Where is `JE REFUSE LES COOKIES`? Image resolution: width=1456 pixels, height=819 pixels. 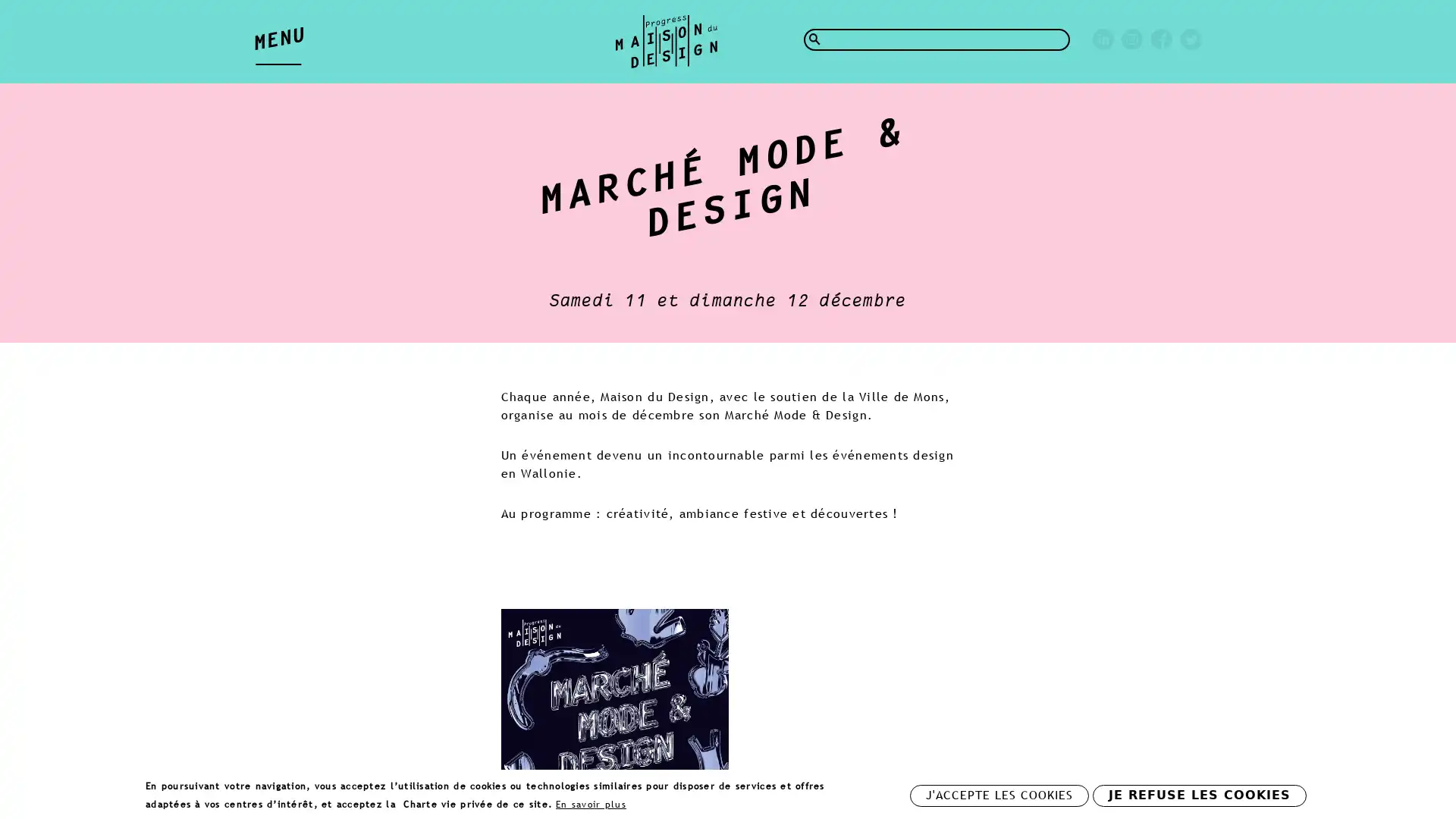
JE REFUSE LES COOKIES is located at coordinates (1199, 795).